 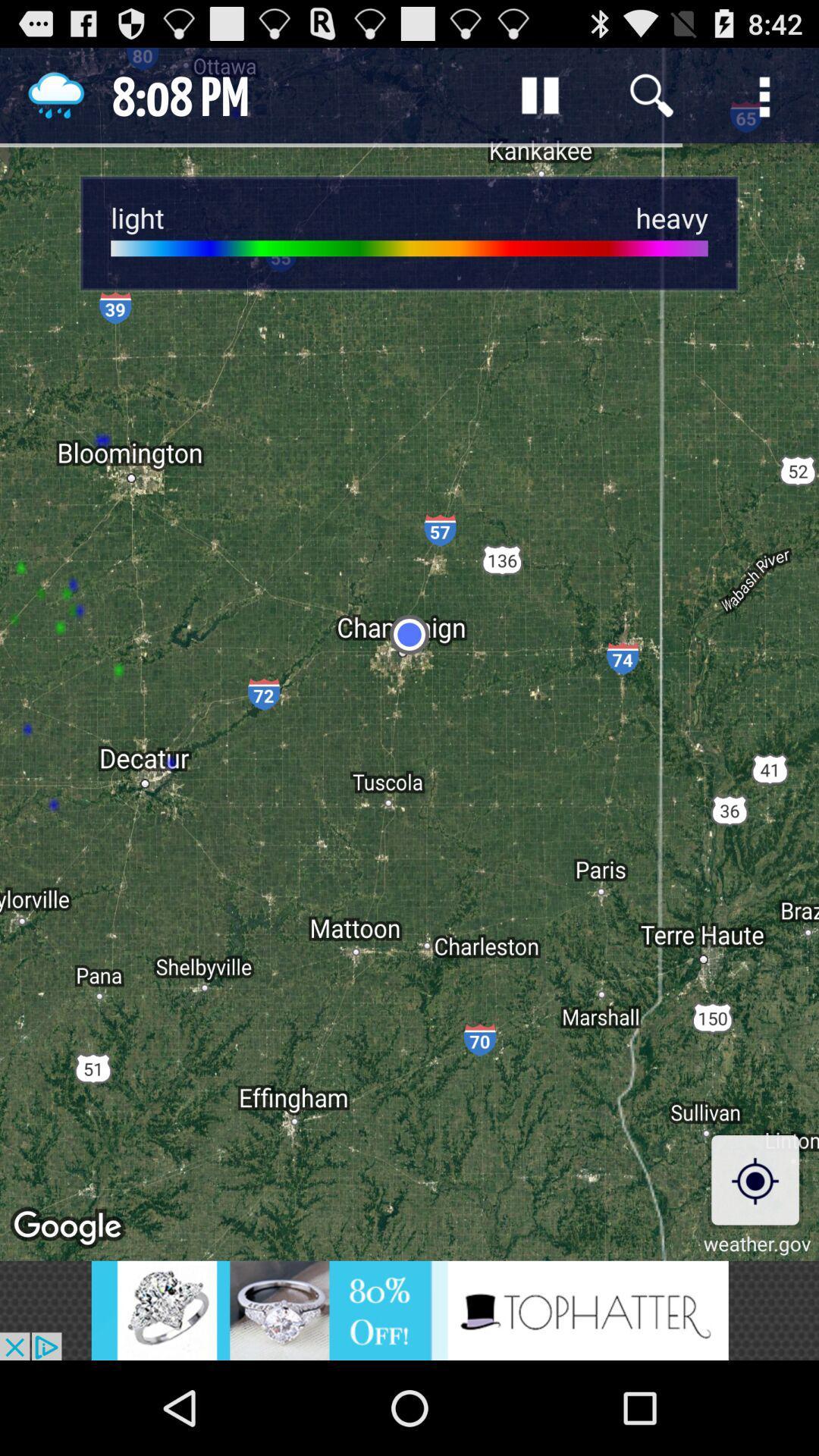 I want to click on click advertisement, so click(x=409, y=1310).